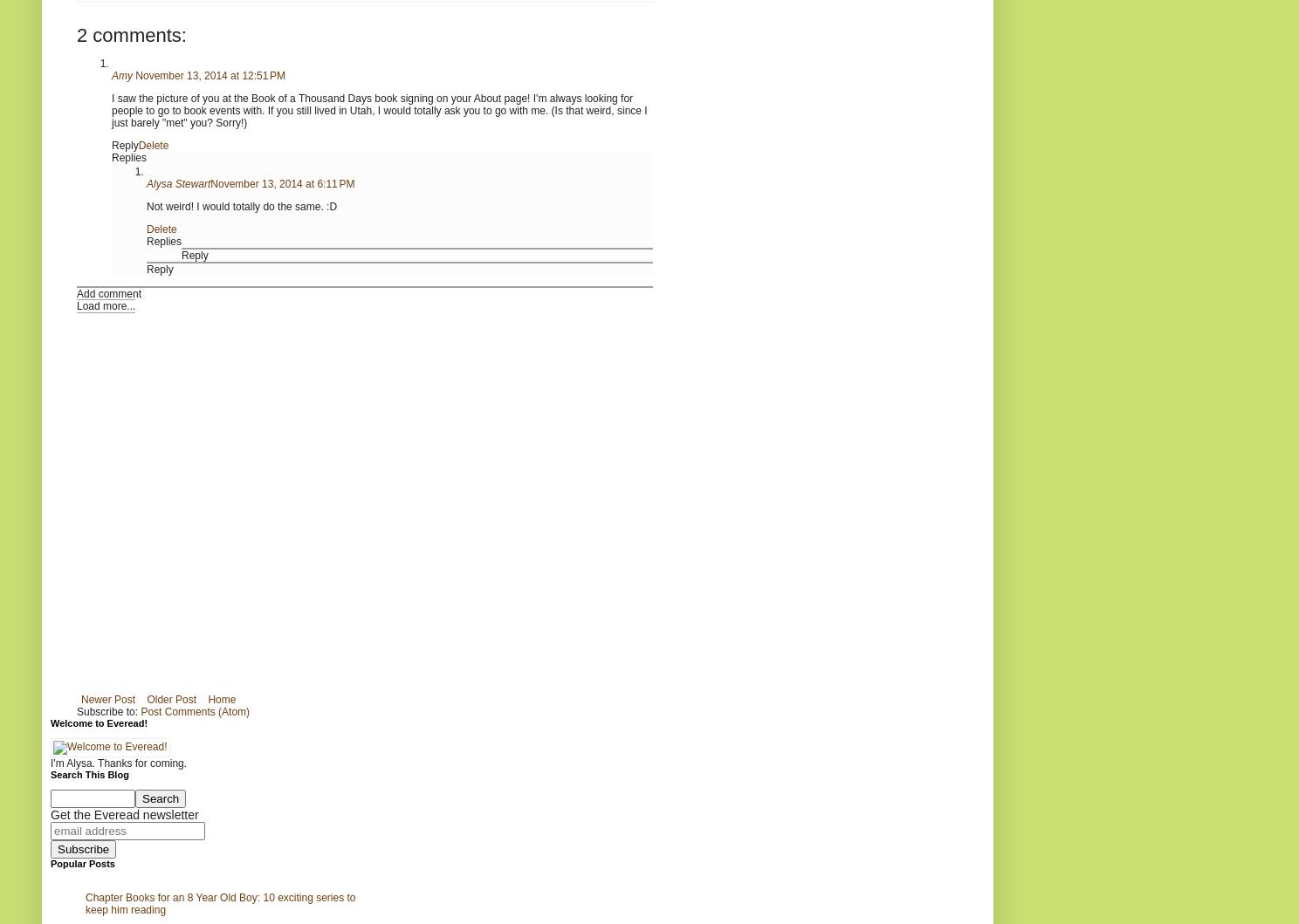  Describe the element at coordinates (123, 813) in the screenshot. I see `'Get the Everead newsletter'` at that location.